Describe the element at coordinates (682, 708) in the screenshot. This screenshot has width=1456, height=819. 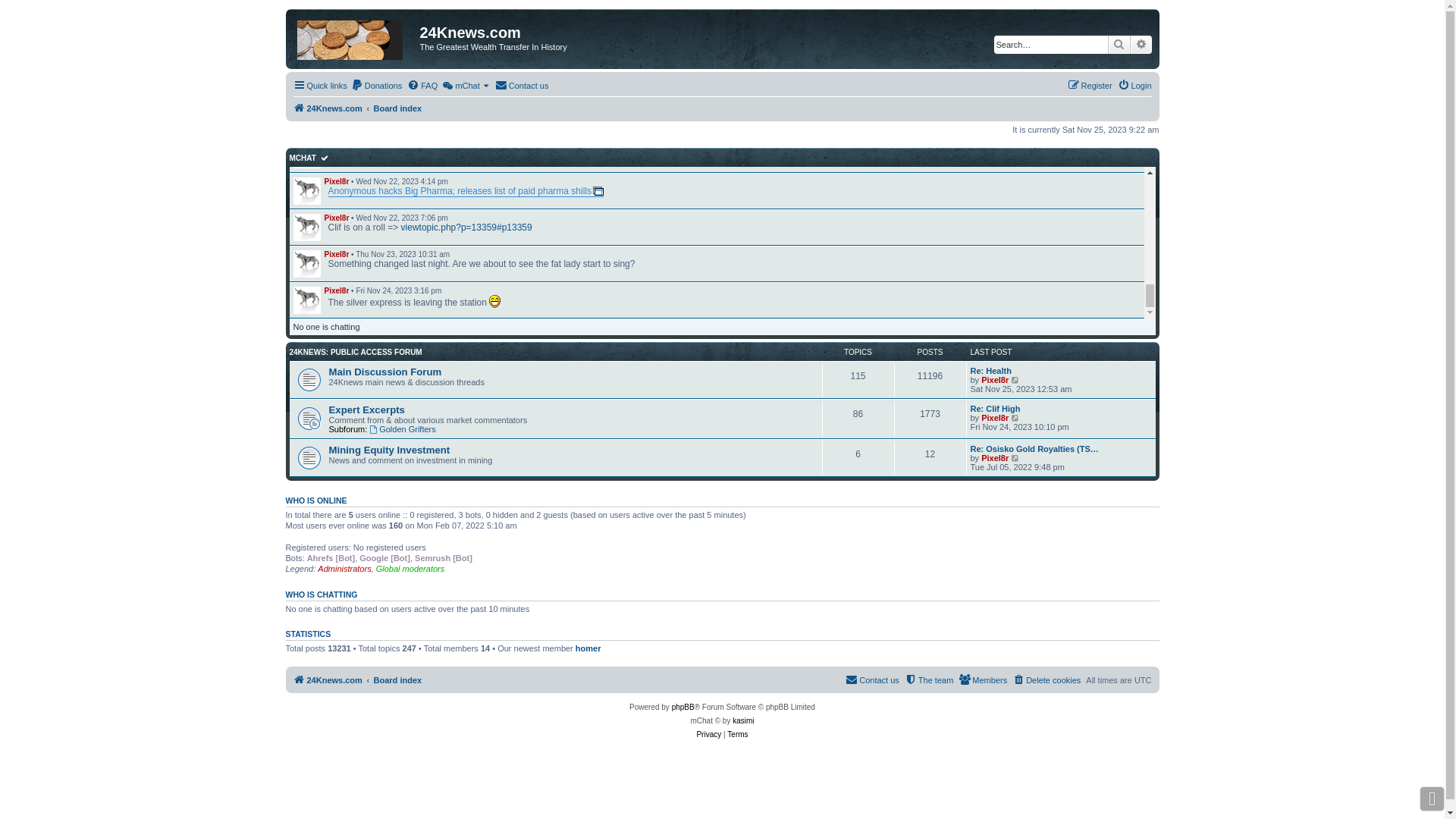
I see `'phpBB'` at that location.